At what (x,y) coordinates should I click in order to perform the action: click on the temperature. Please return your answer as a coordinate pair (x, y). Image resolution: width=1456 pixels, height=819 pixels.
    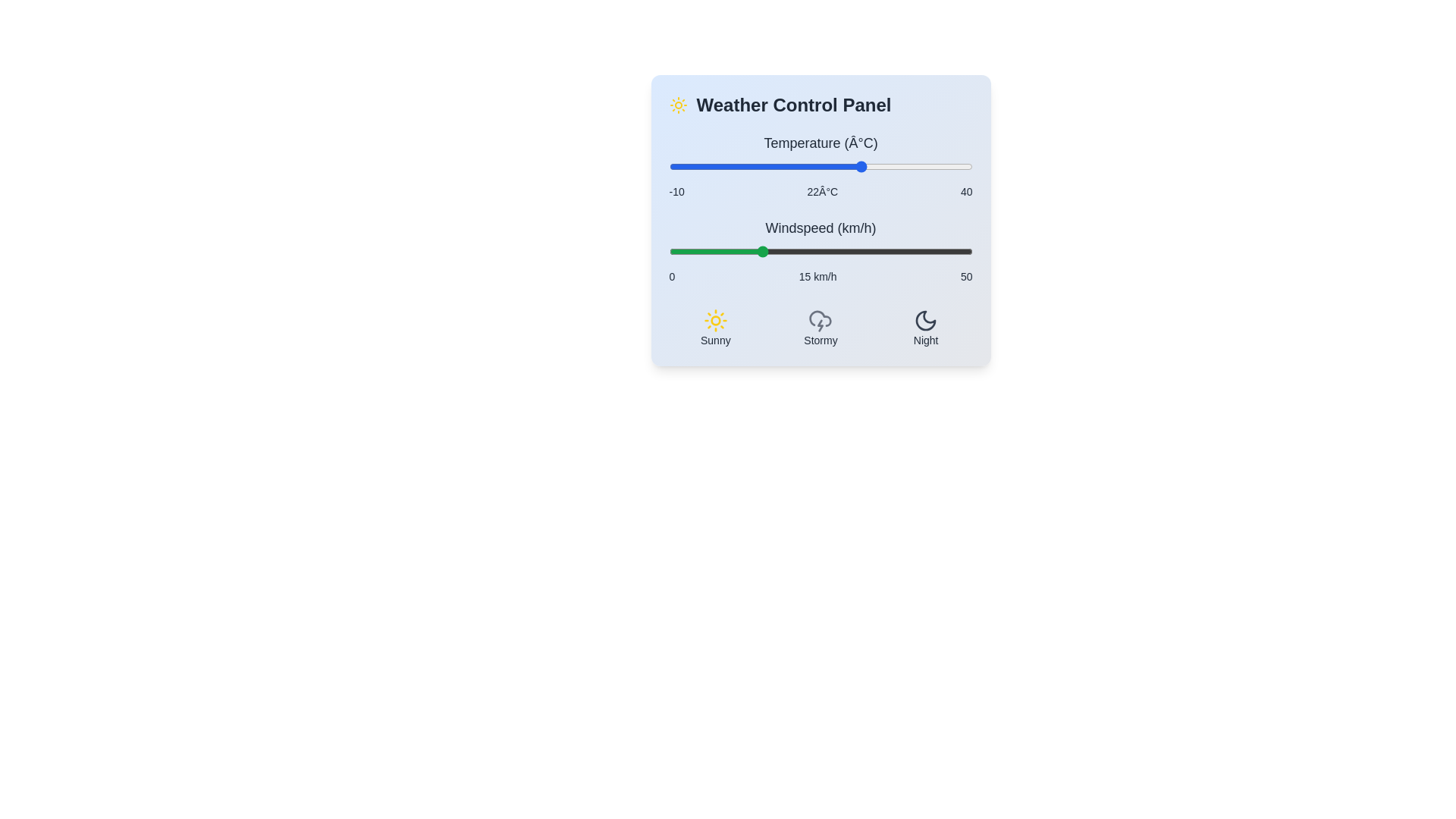
    Looking at the image, I should click on (730, 166).